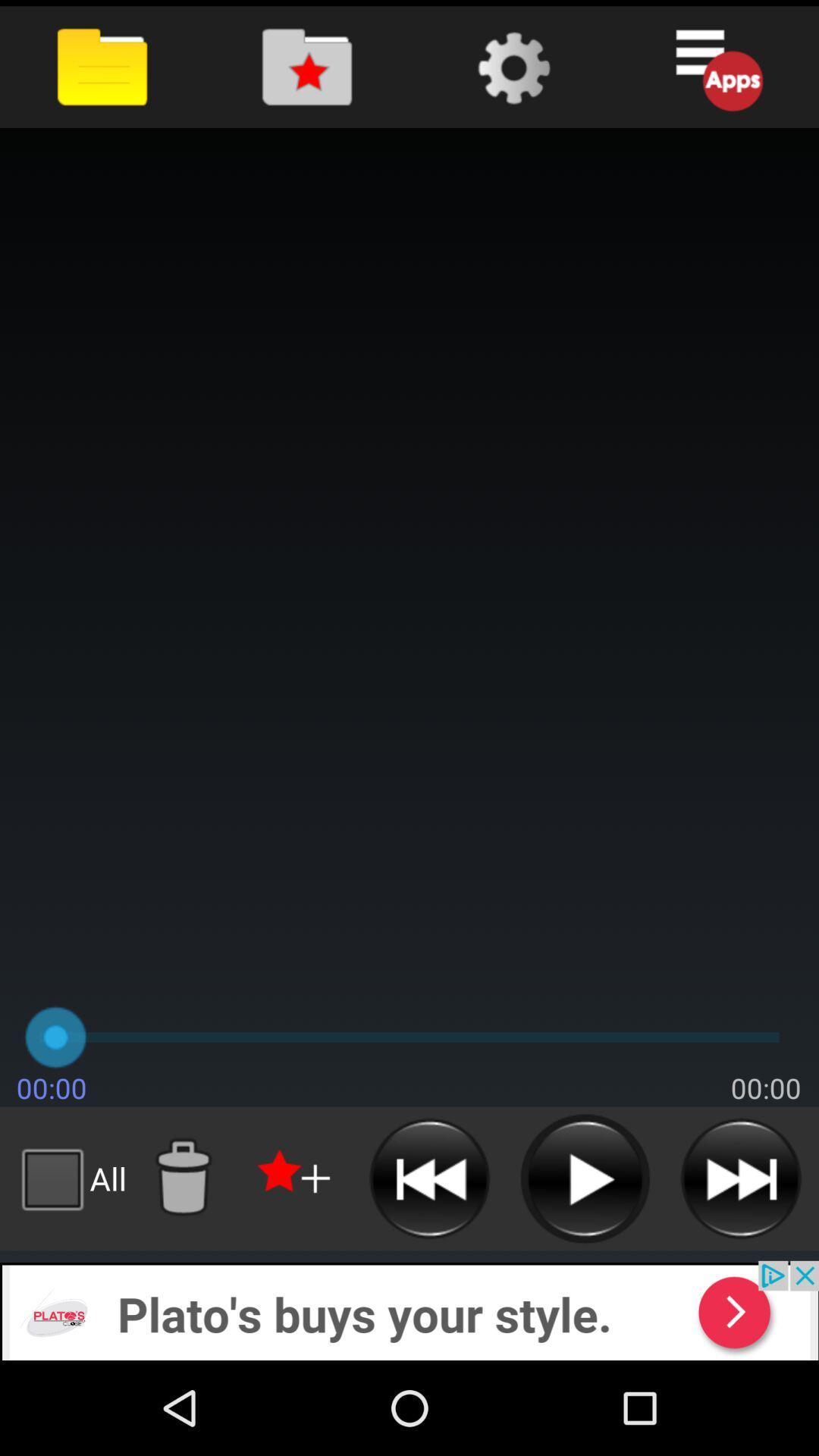  What do you see at coordinates (512, 71) in the screenshot?
I see `the settings icon` at bounding box center [512, 71].